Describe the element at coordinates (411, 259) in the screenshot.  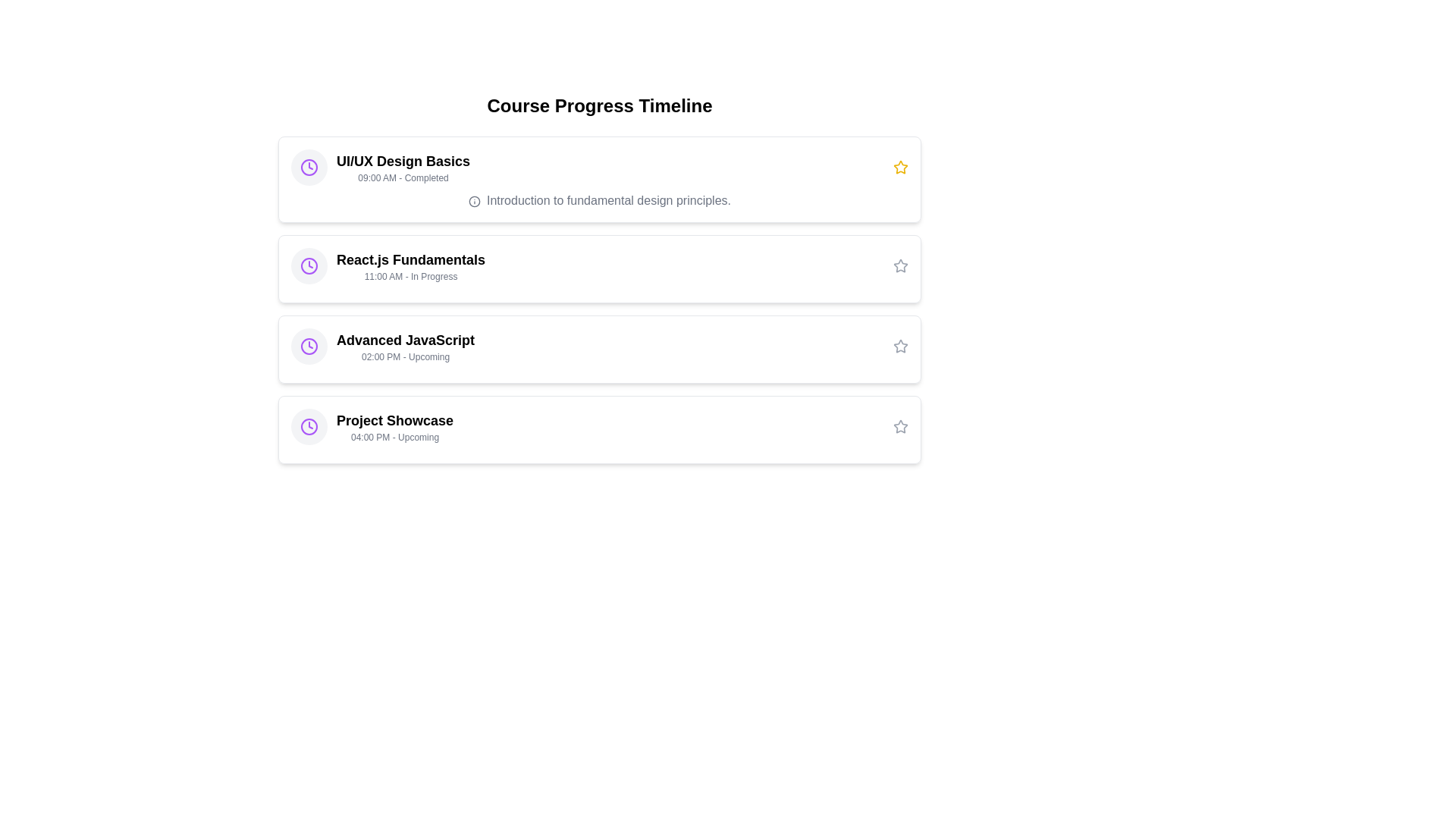
I see `the text label 'React.js Fundamentals', which serves as the title of the course entry in the timeline, located above the smaller text '11:00 AM - In Progress'` at that location.